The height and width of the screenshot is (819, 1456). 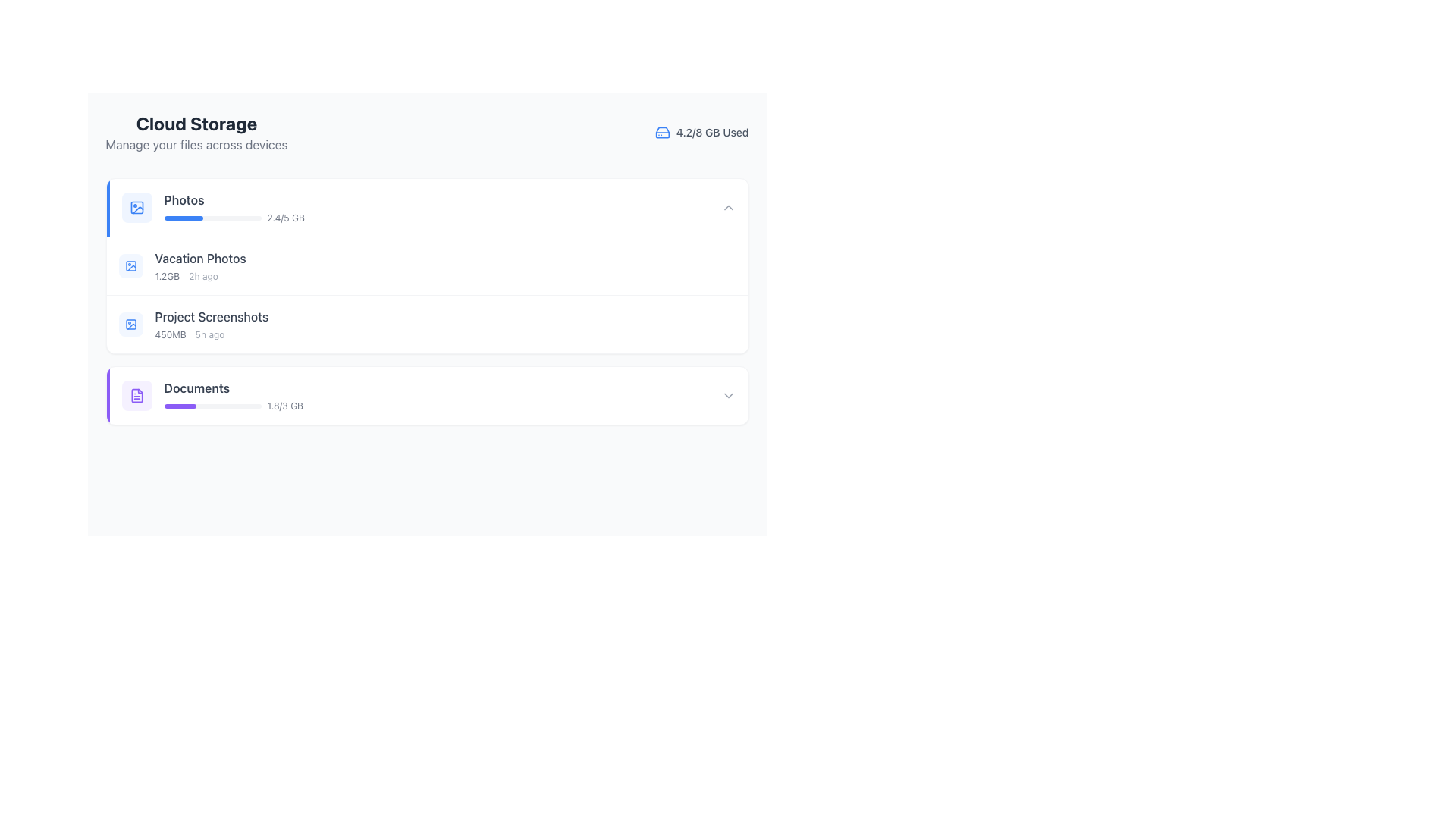 I want to click on the text block labeled 'Cloud Storage', which is a larger bold header in dark gray, positioned in the upper-left section of the interface, so click(x=196, y=131).